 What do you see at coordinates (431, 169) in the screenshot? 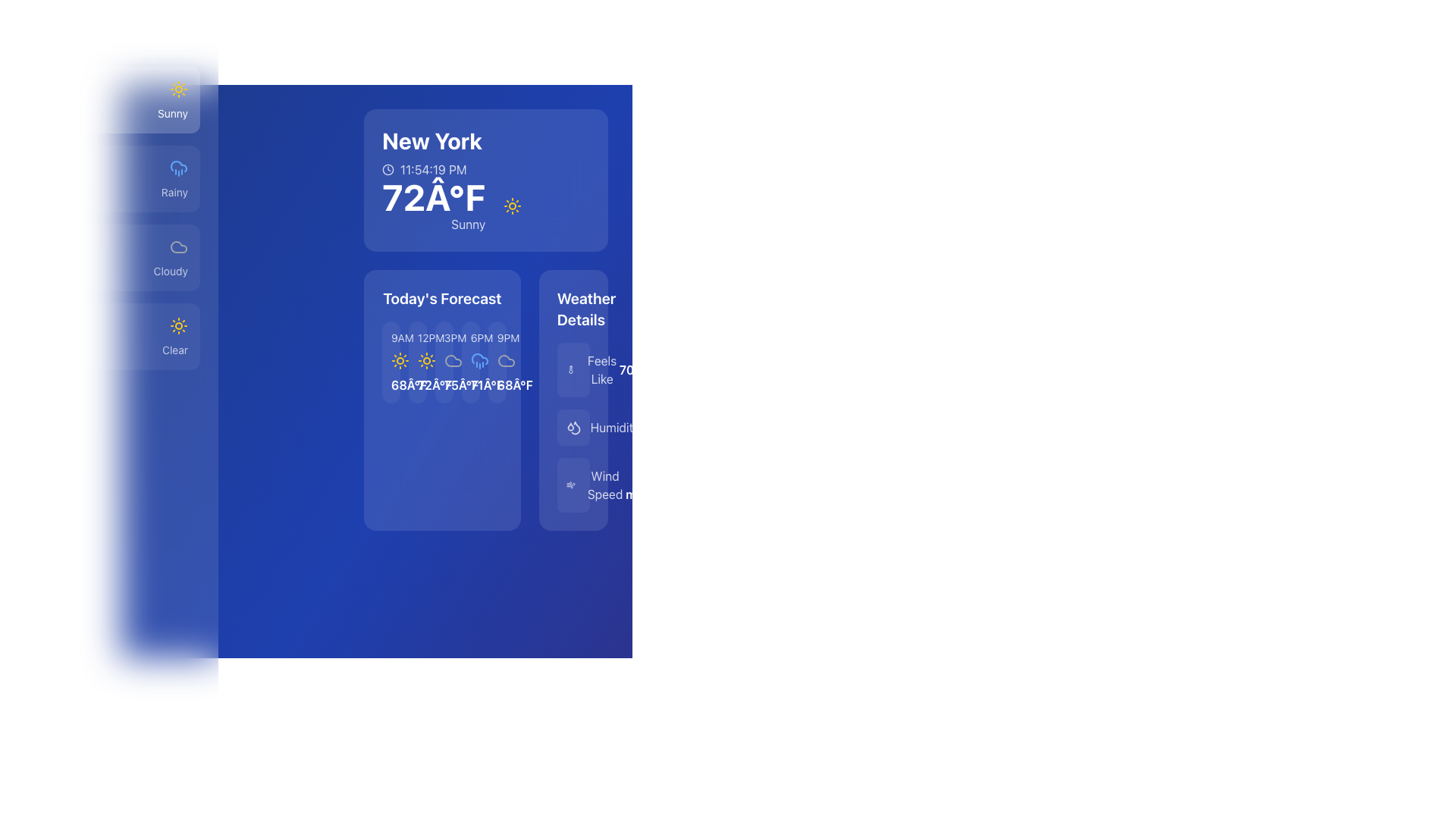
I see `the static text label displaying the current time, which is styled with a white semi-transparent font and located beneath the 'New York' text` at bounding box center [431, 169].